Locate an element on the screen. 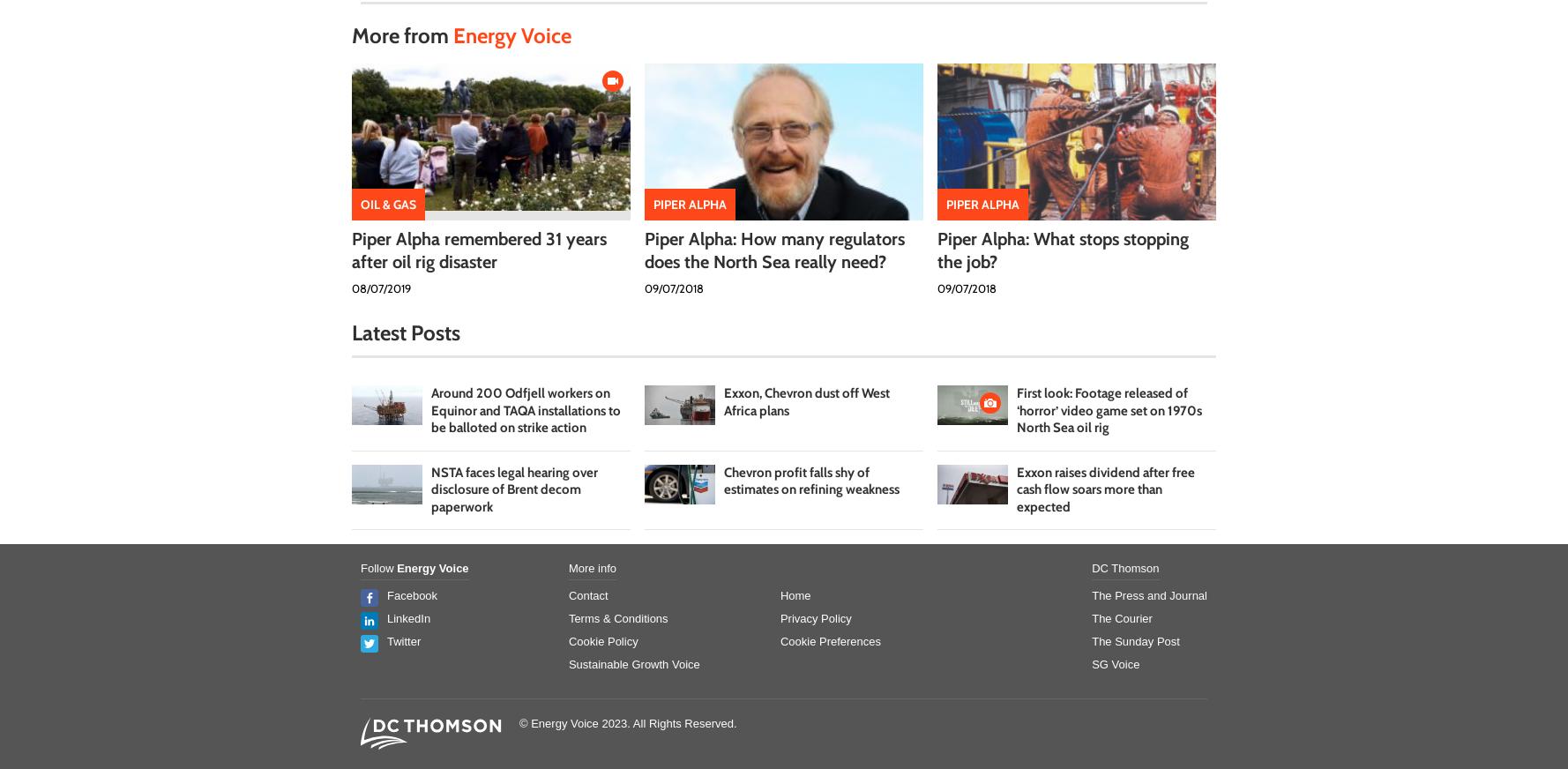 Image resolution: width=1568 pixels, height=769 pixels. 'Terms & Conditions' is located at coordinates (567, 617).